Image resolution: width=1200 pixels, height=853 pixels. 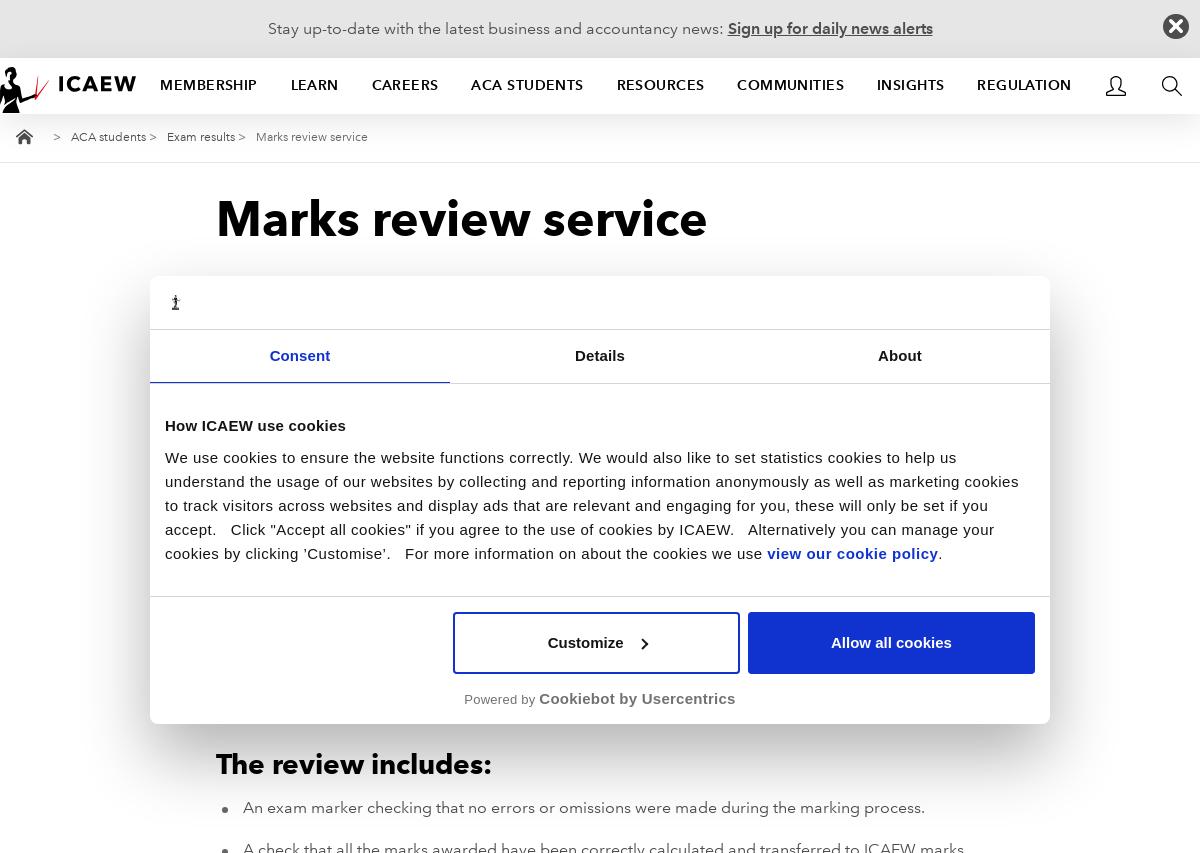 What do you see at coordinates (590, 504) in the screenshot?
I see `'We use cookies to ensure the website functions correctly. We would also like to set statistics cookies to help us understand the usage of our websites by collecting and reporting information anonymously as well as marketing cookies to track visitors across websites and display ads that are relevant and engaging for you, these will only be set if you accept.   Click "Accept all cookies" if you agree to the use of cookies by ICAEW.   Alternatively you can manage your cookies by clicking ’Customise’.   For more information on about the cookies we use'` at bounding box center [590, 504].